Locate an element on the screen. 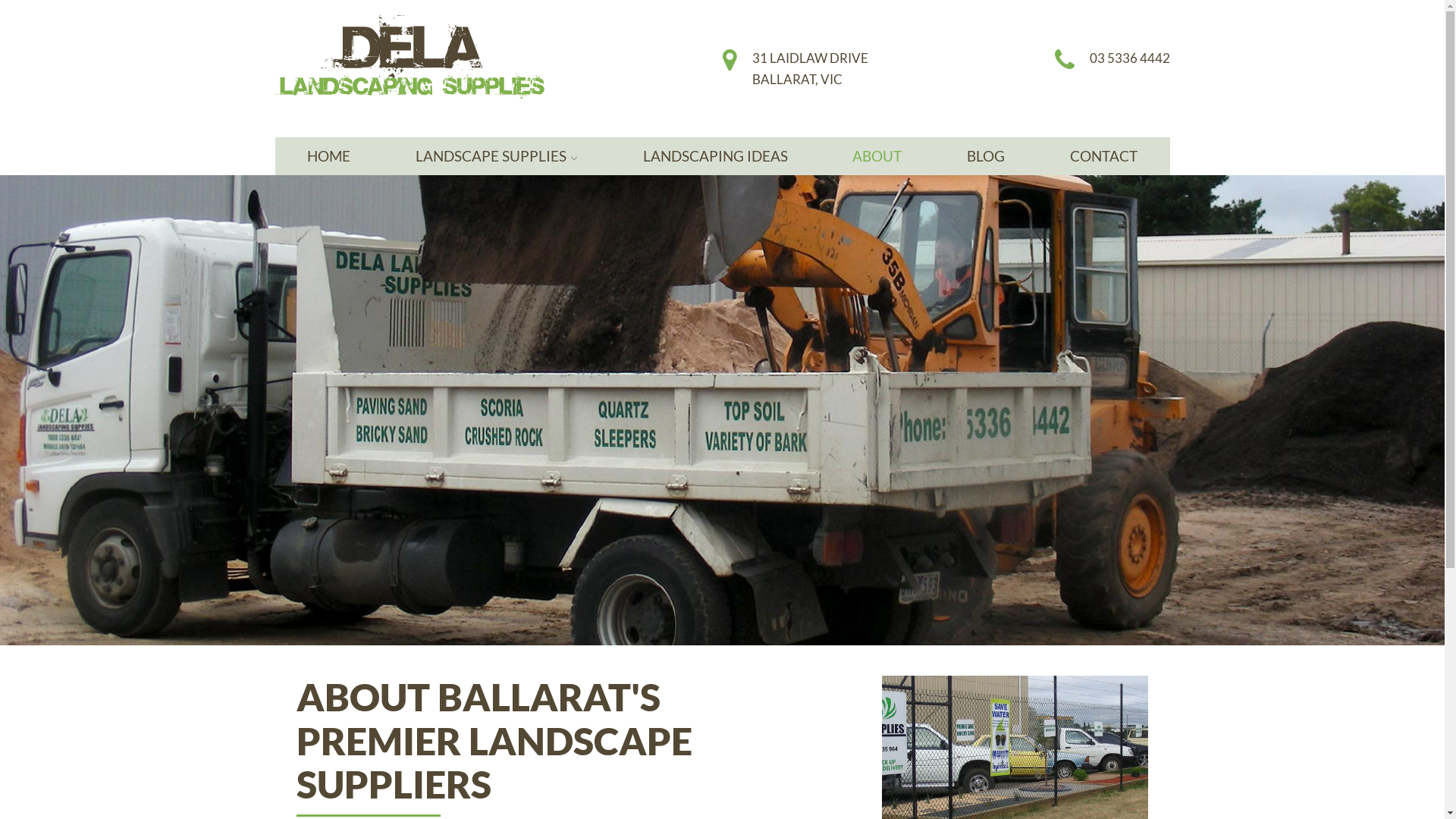 This screenshot has width=1456, height=819. 'ABOUT' is located at coordinates (877, 155).